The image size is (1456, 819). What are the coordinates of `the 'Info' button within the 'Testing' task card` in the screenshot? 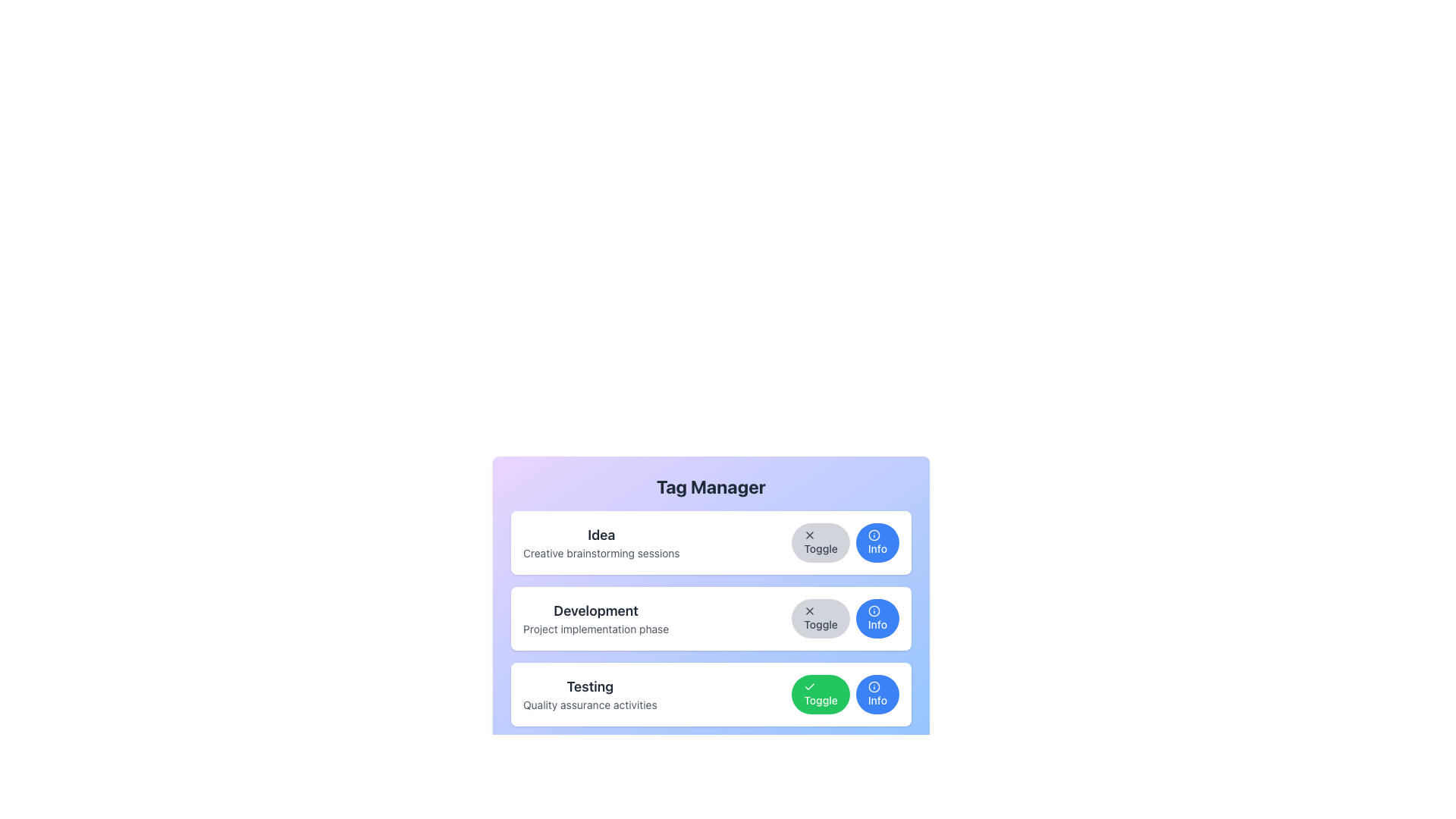 It's located at (710, 694).